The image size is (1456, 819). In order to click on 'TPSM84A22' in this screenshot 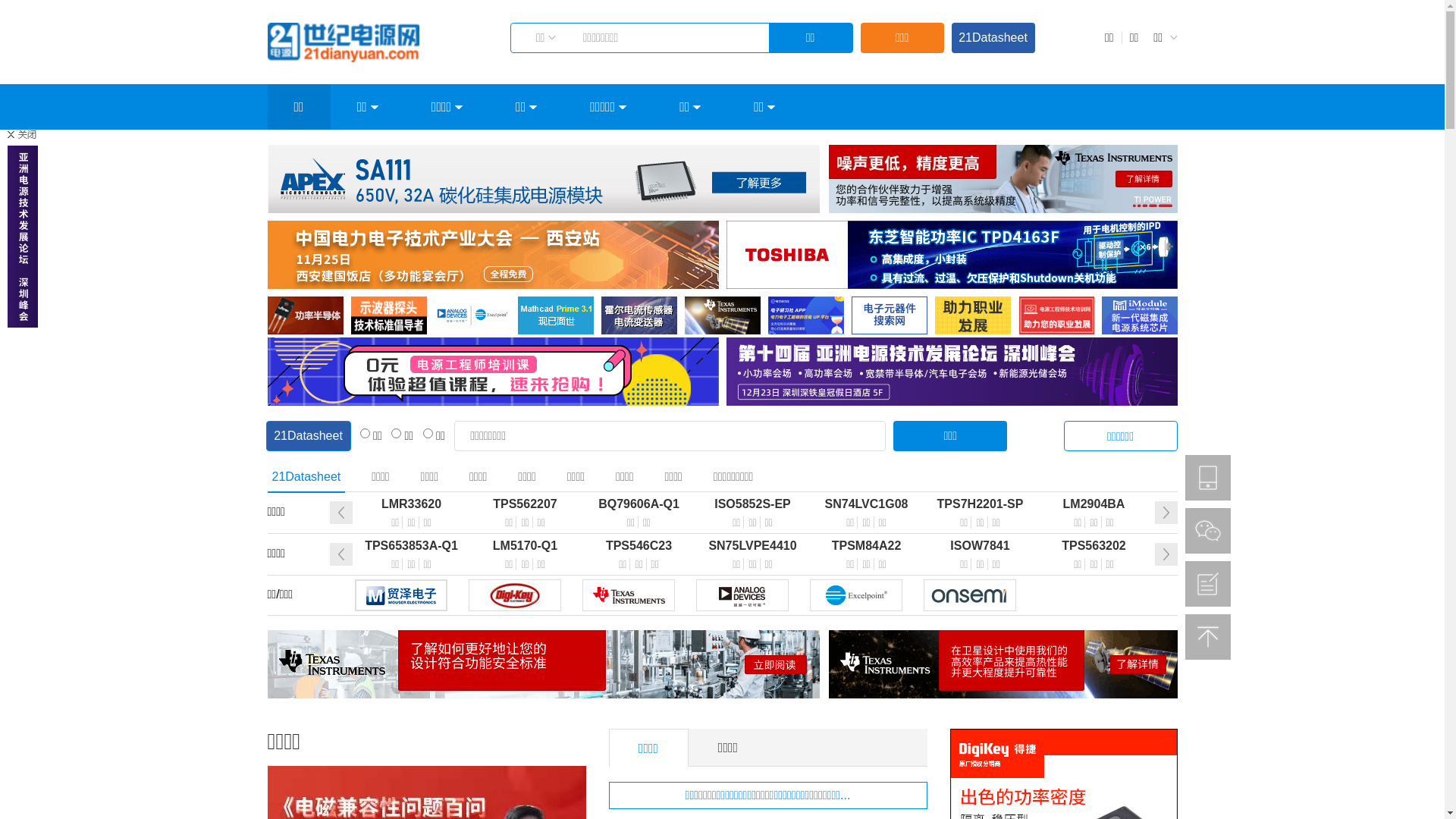, I will do `click(866, 546)`.